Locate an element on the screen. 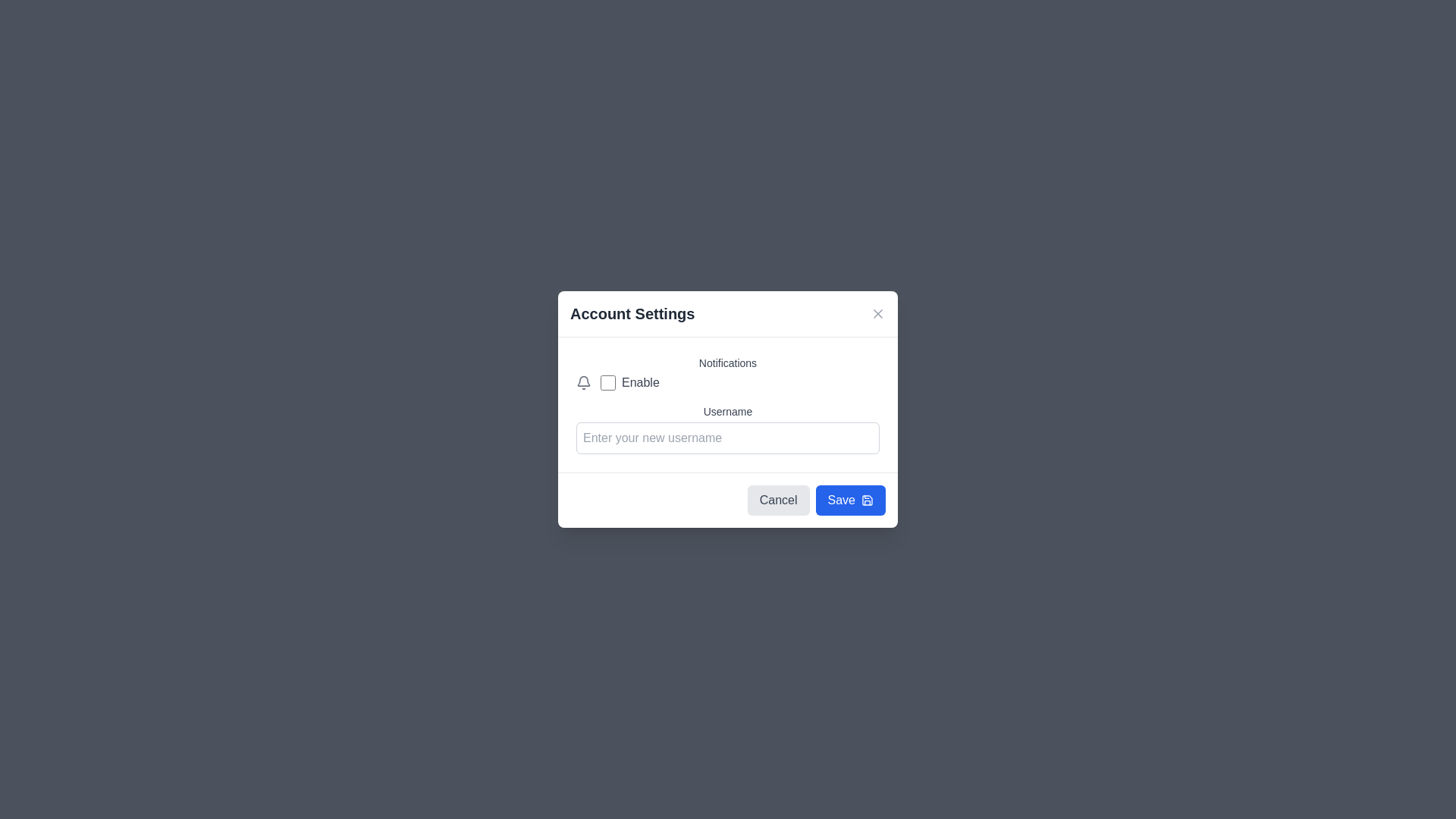  the small gray bell icon representing notifications, located to the left of the 'Enable' text and checkbox in the 'Account Settings' dialog box is located at coordinates (582, 382).